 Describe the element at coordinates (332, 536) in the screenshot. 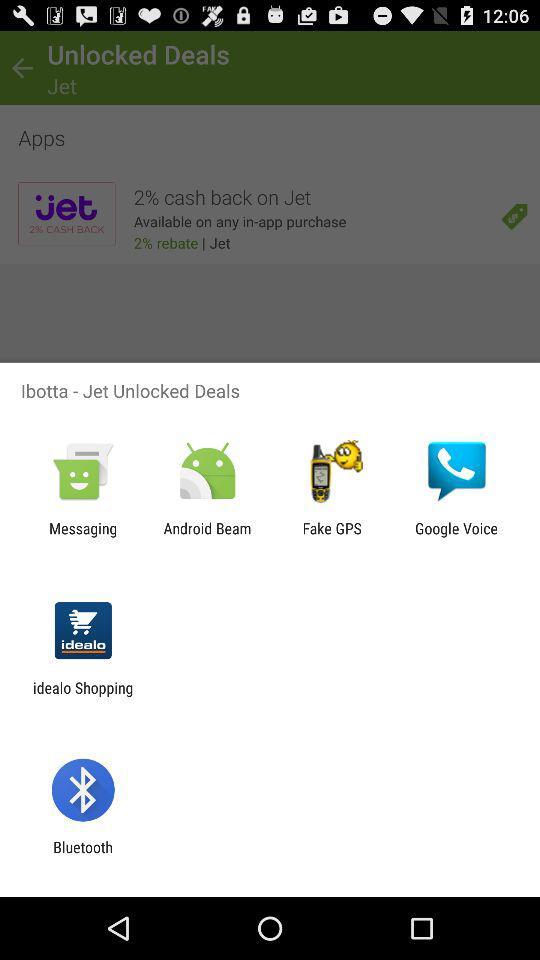

I see `item next to android beam item` at that location.